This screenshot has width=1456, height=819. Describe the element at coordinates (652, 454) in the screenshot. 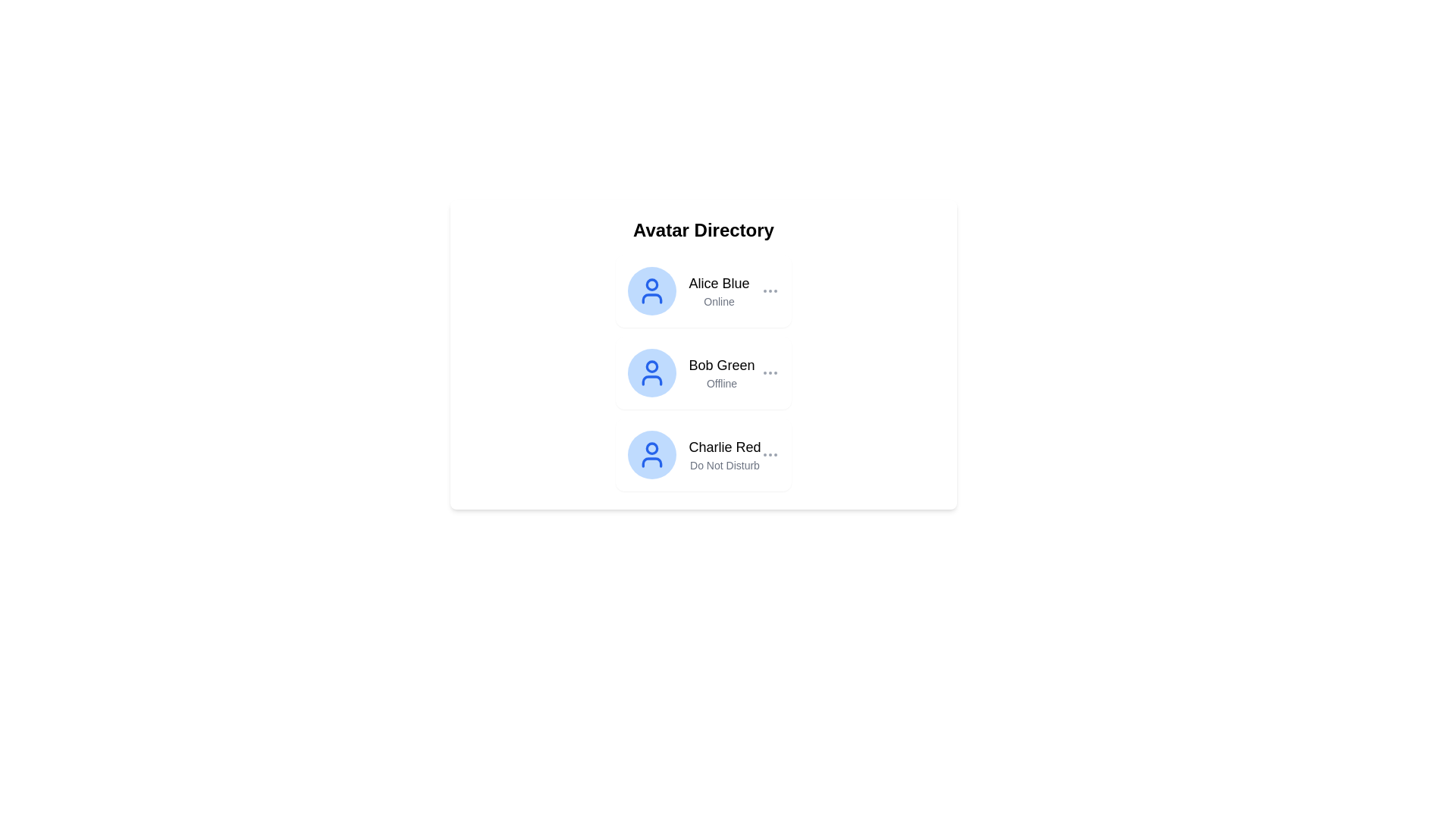

I see `the Avatar icon representing the user 'Charlie Red' located on the card labeled 'Charlie Red' and 'Do Not Disturb', which is the third entry in a stacked list of similar cards` at that location.